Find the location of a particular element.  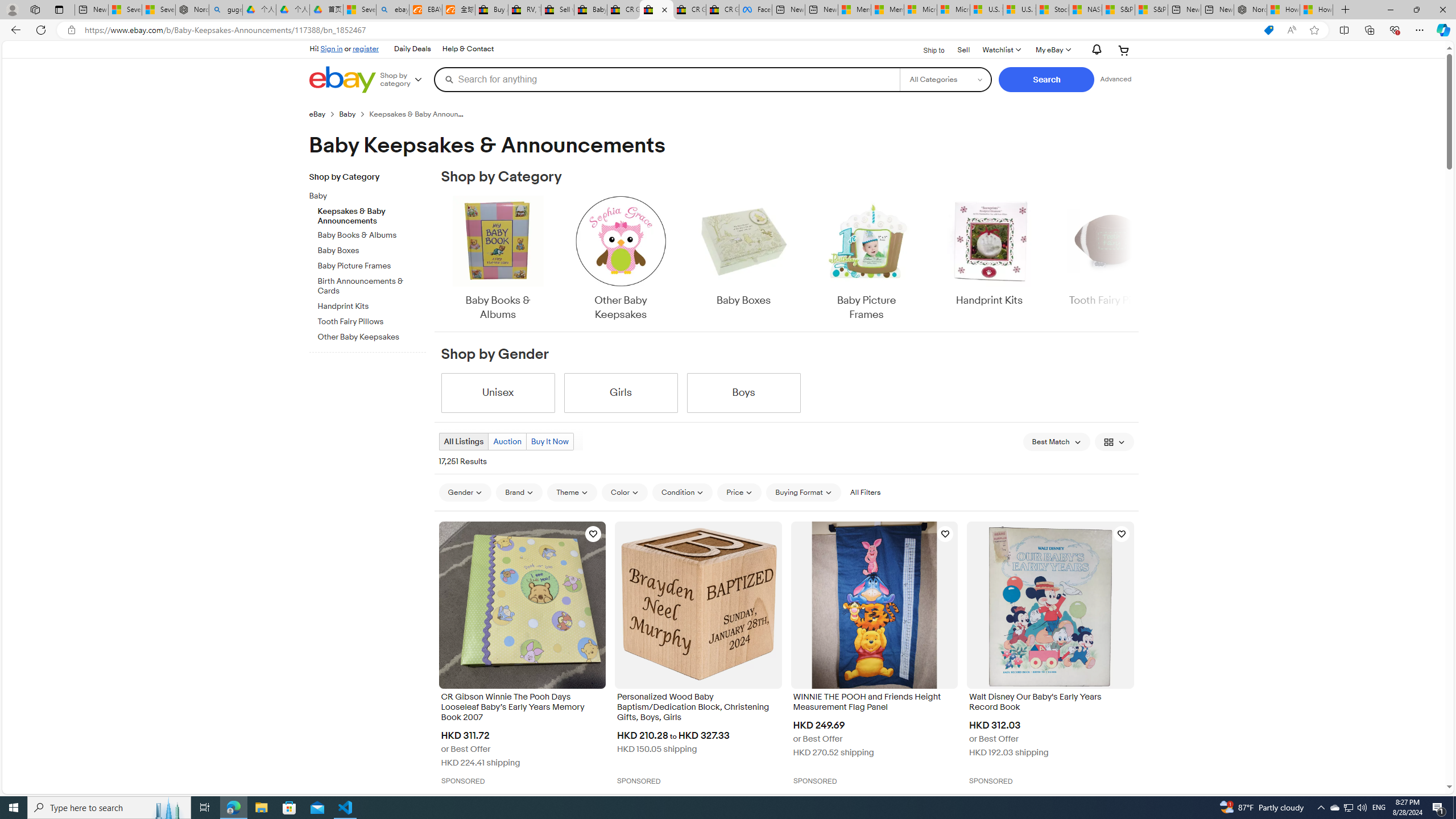

'Your shopping cart' is located at coordinates (1124, 49).